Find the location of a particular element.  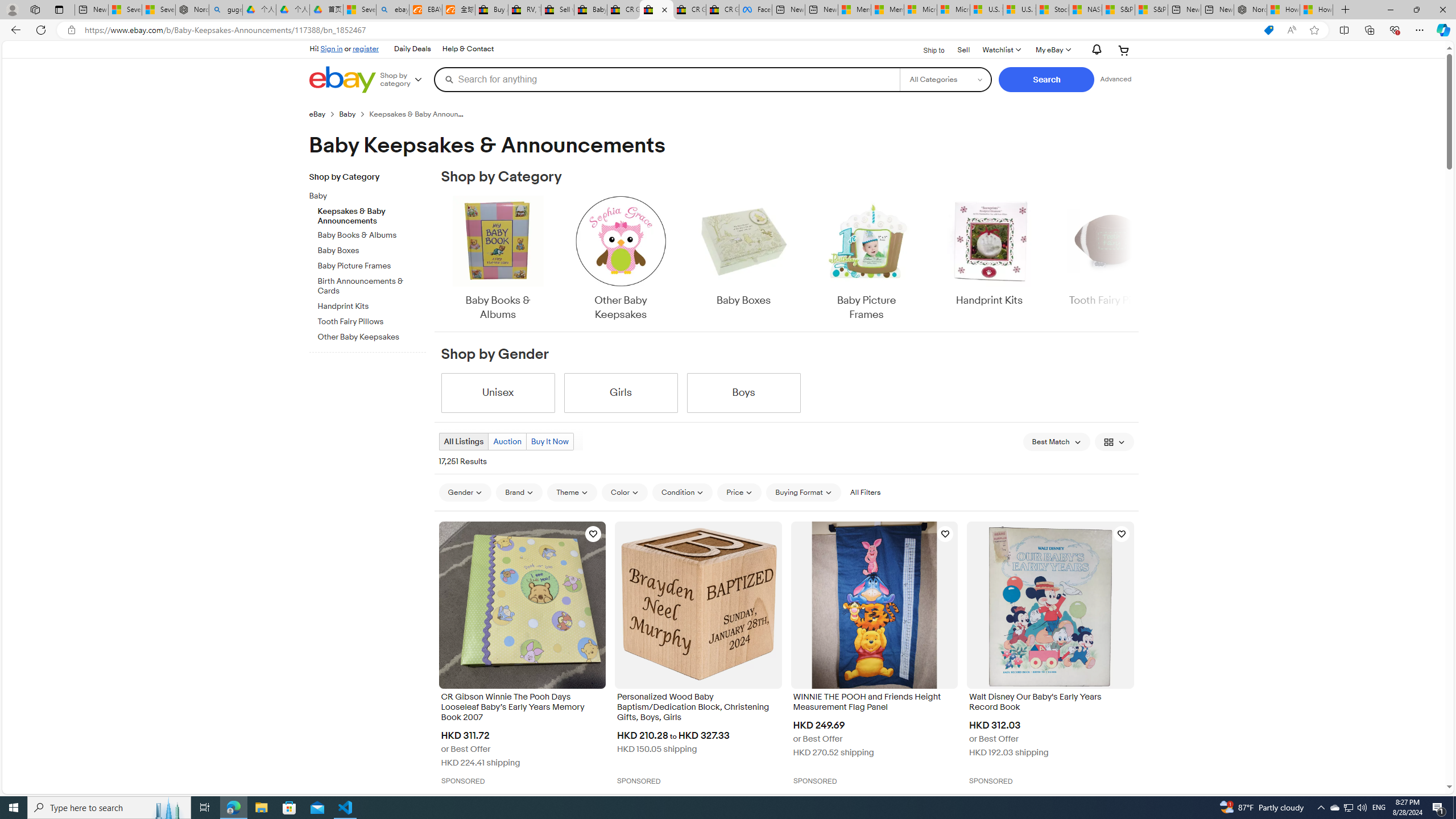

'Your shopping cart' is located at coordinates (1124, 49).